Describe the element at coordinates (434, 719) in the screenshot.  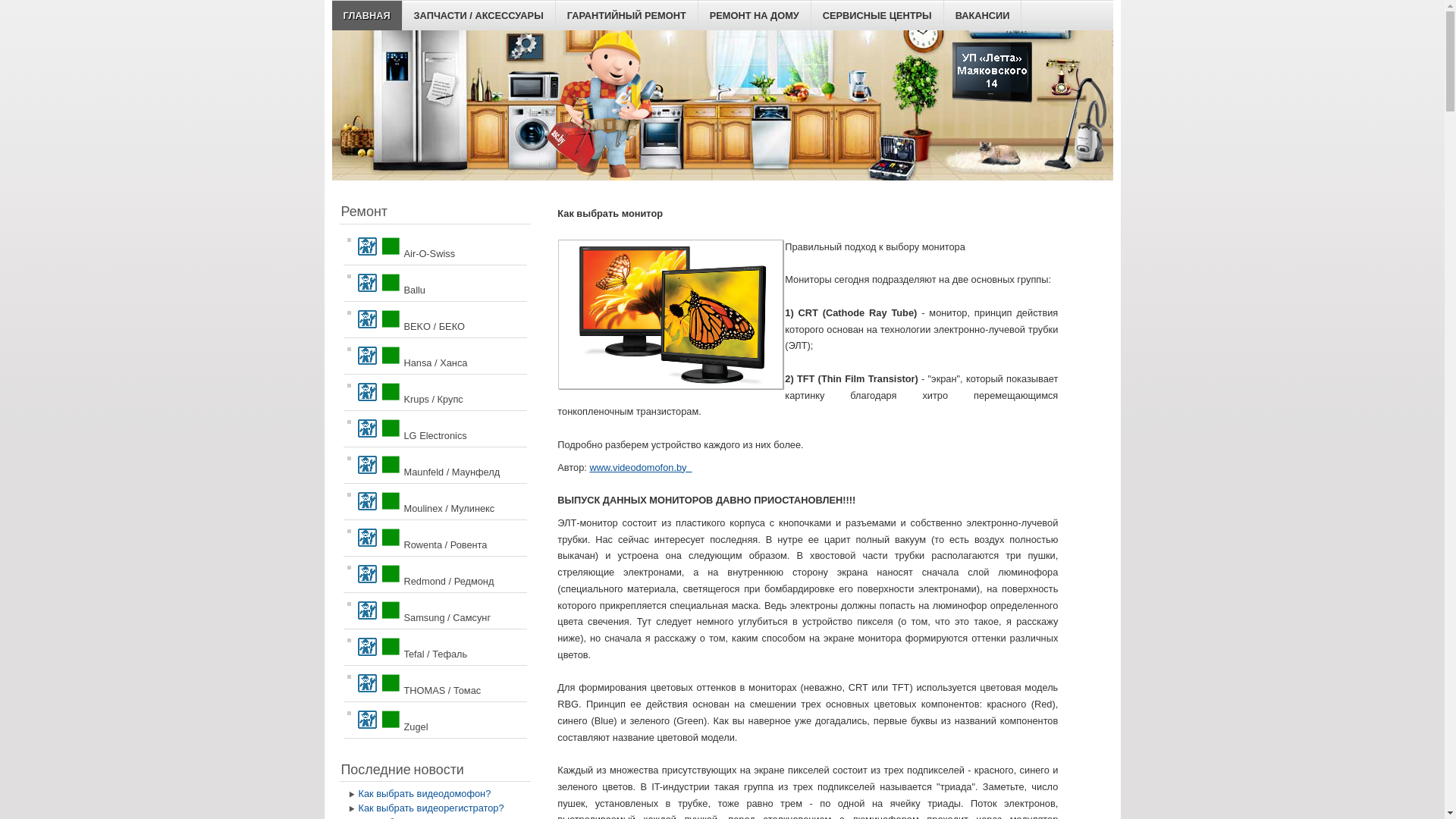
I see `'Zugel'` at that location.